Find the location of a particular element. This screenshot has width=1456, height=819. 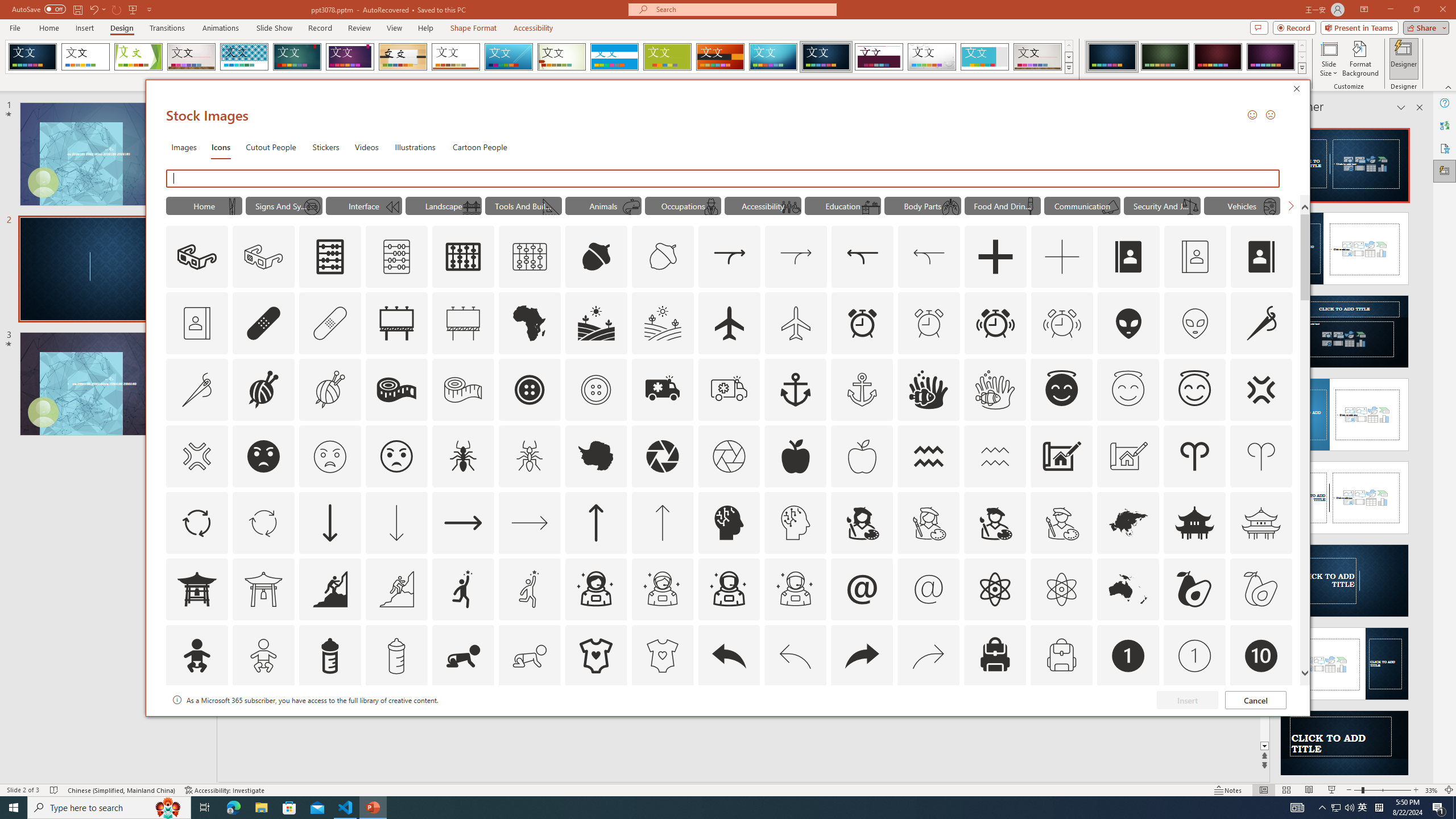

'AutomationID: Icons_Airplane' is located at coordinates (729, 322).